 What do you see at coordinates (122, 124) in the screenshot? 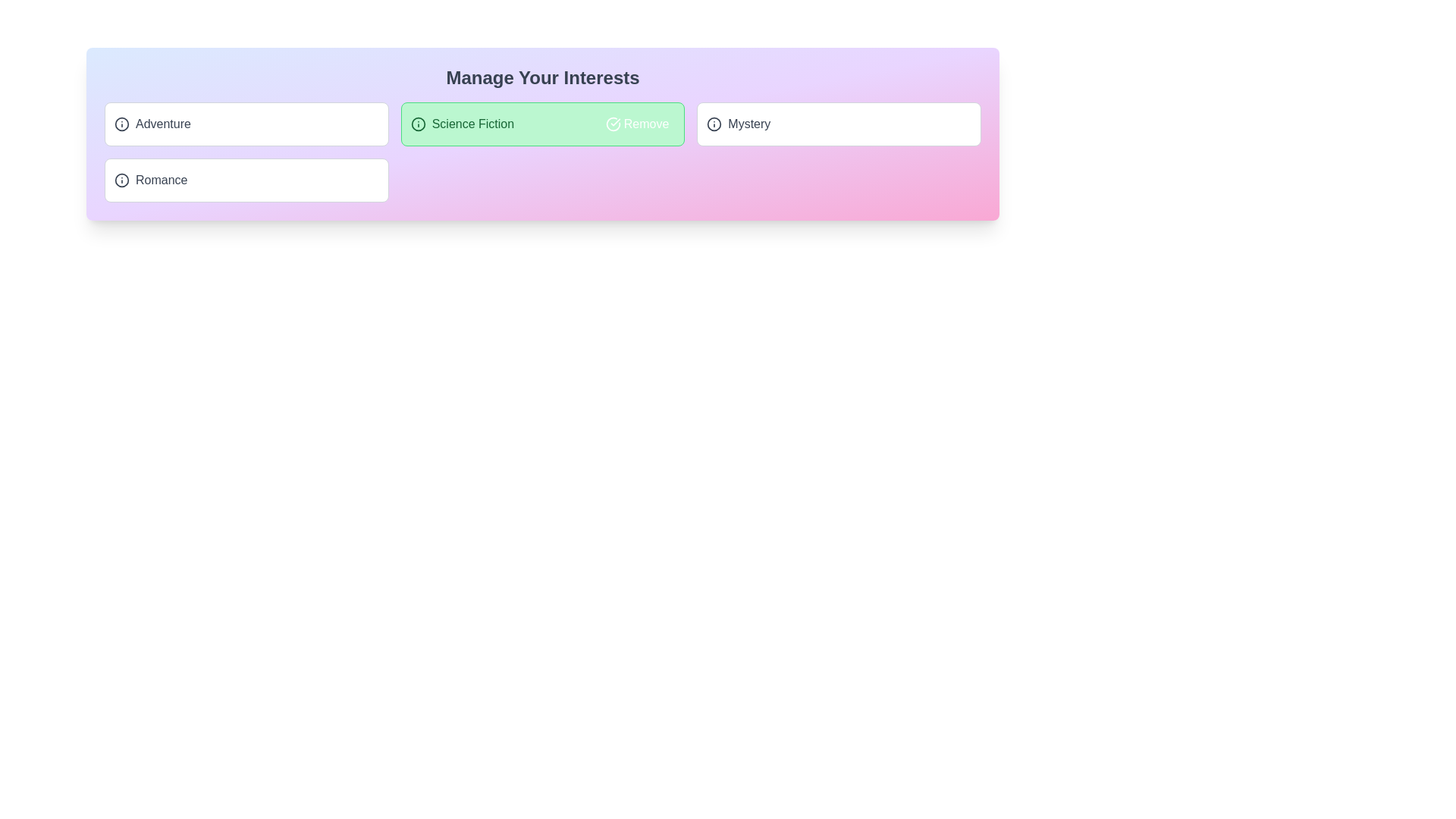
I see `the information icon for the tag 'Adventure' to read its description` at bounding box center [122, 124].